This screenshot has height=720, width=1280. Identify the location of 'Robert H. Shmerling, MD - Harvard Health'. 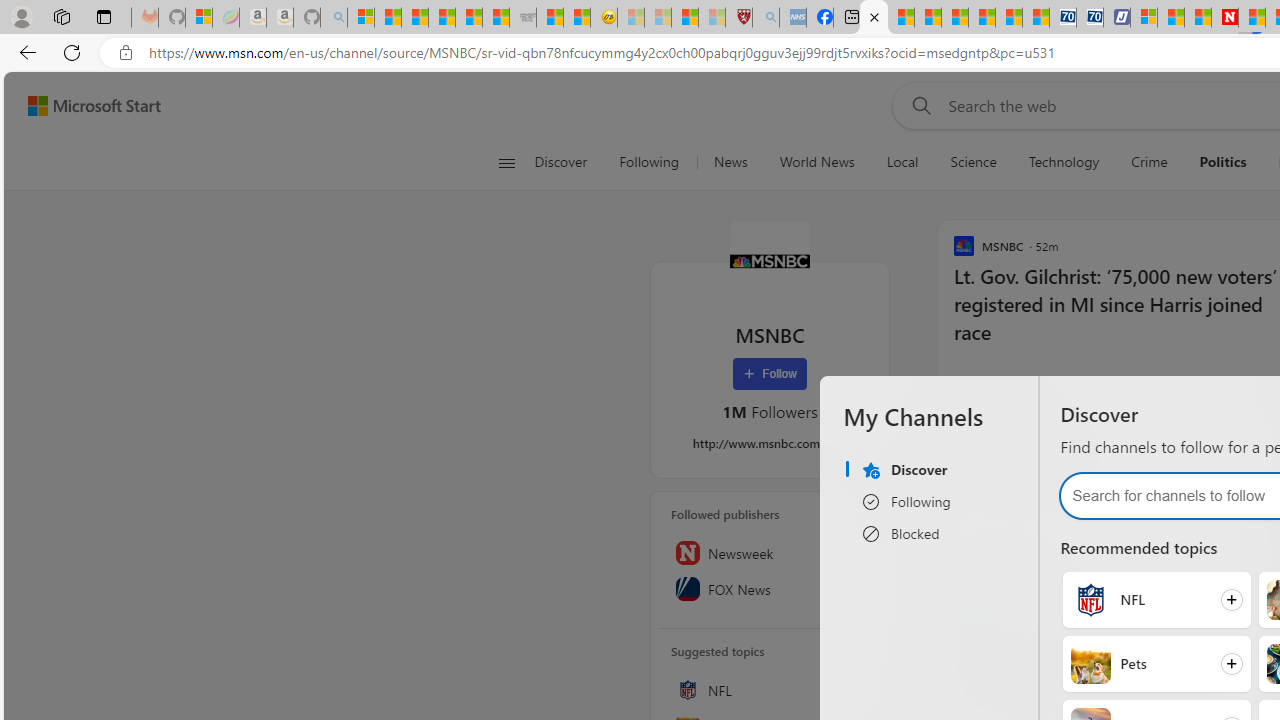
(738, 17).